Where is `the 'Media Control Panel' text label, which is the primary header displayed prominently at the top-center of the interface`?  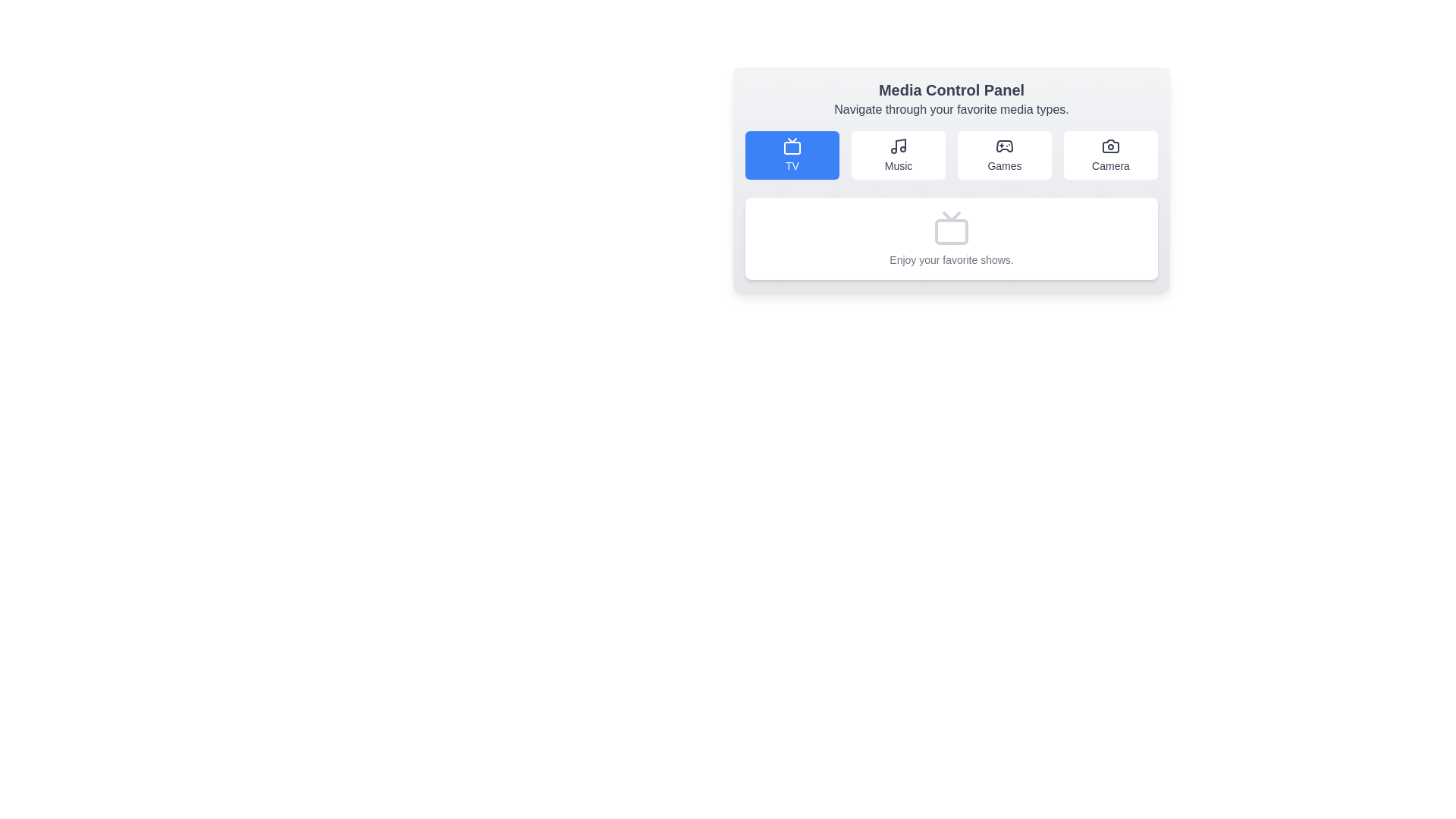
the 'Media Control Panel' text label, which is the primary header displayed prominently at the top-center of the interface is located at coordinates (950, 90).